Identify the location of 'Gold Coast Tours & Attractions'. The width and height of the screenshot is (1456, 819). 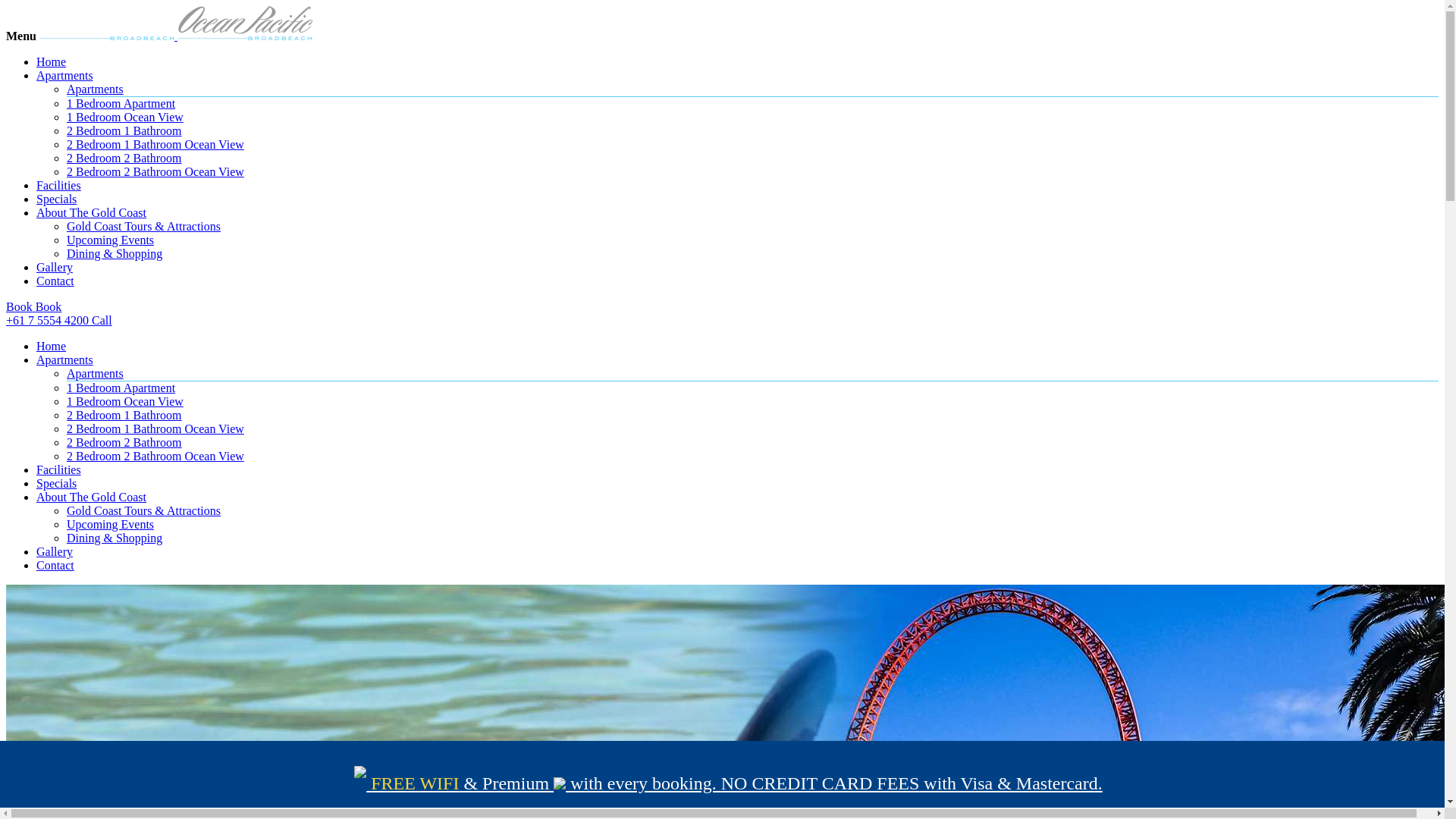
(143, 226).